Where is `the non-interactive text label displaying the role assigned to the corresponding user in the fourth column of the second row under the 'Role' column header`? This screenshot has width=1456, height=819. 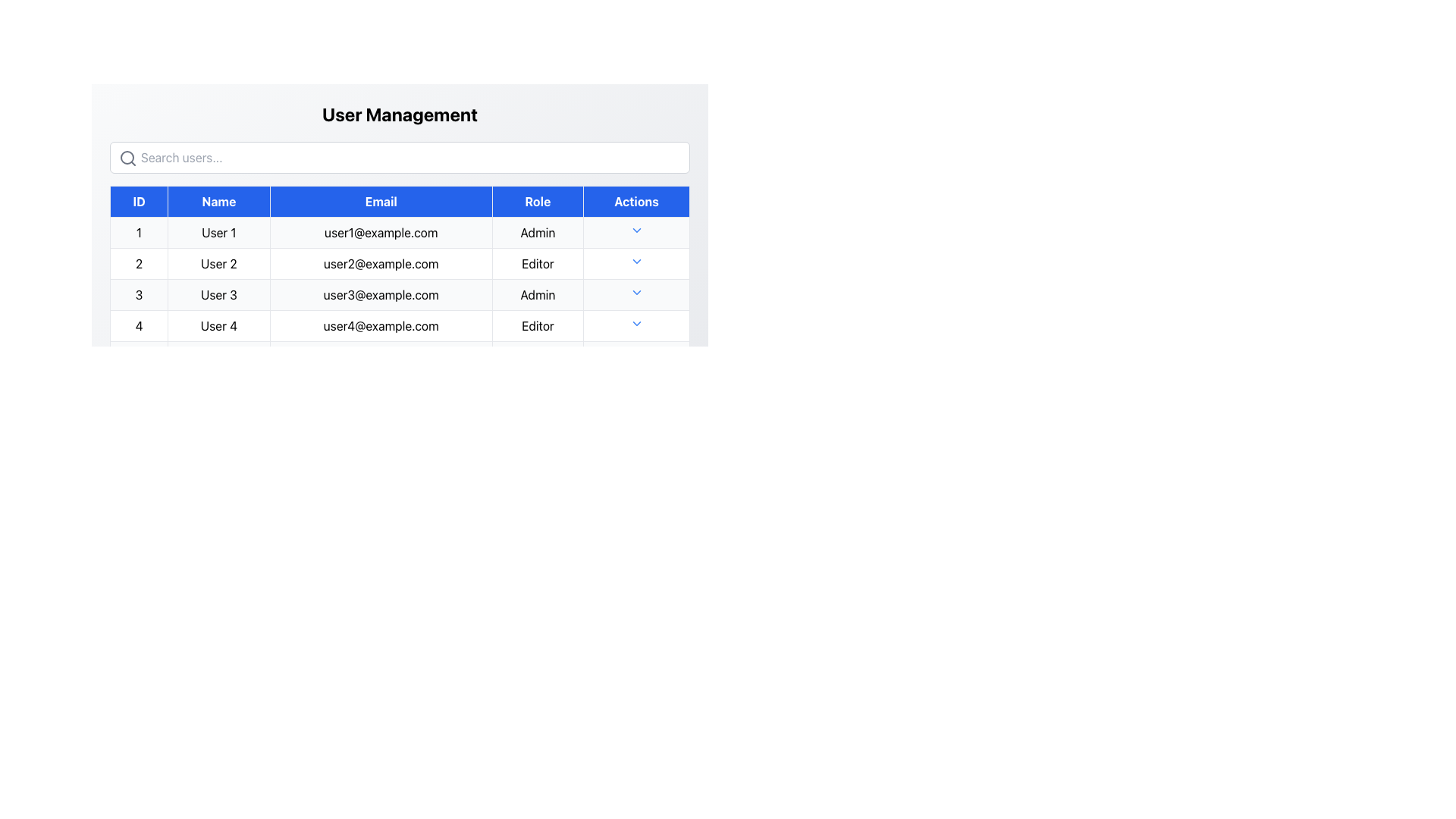 the non-interactive text label displaying the role assigned to the corresponding user in the fourth column of the second row under the 'Role' column header is located at coordinates (538, 262).